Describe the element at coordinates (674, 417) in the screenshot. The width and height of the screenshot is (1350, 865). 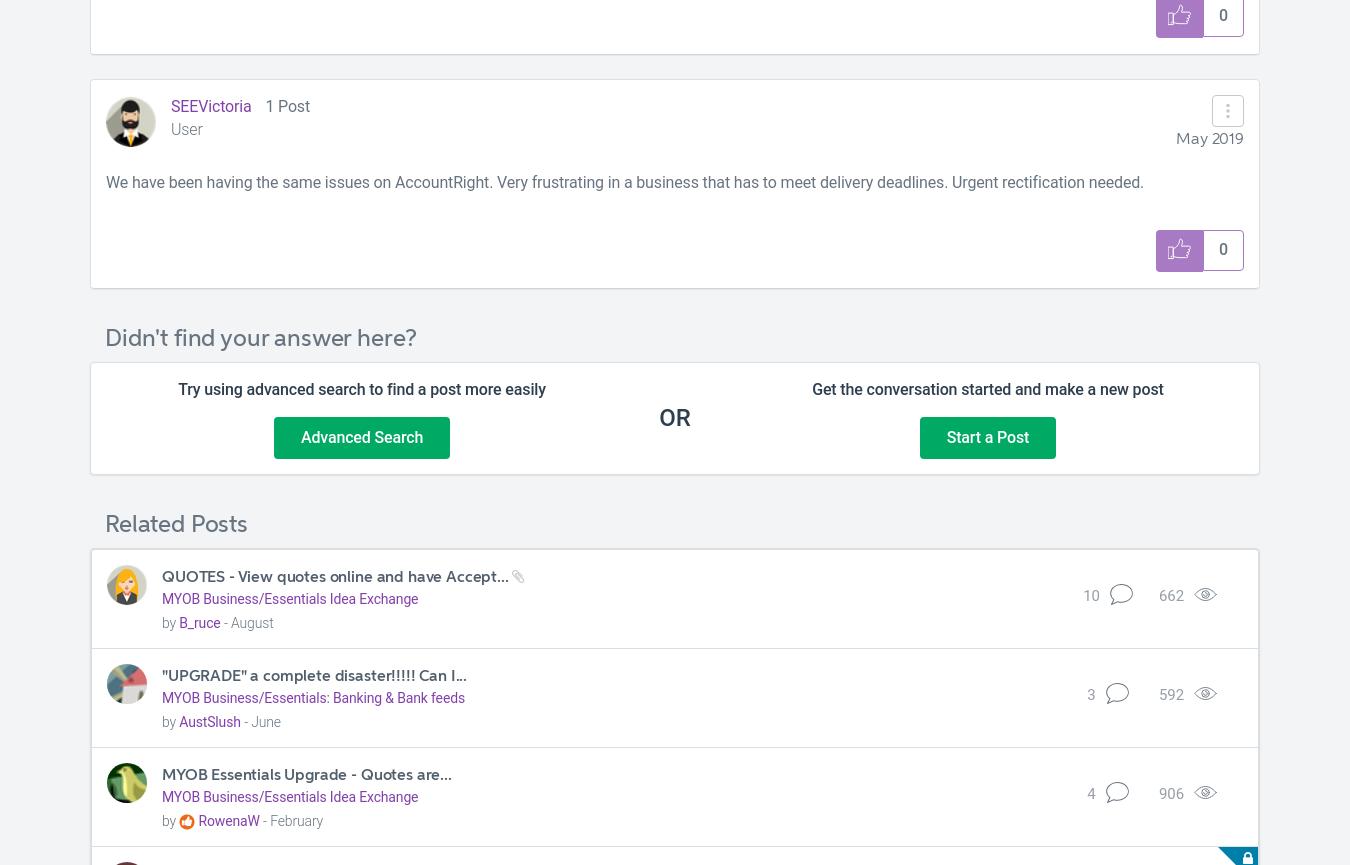
I see `'or'` at that location.